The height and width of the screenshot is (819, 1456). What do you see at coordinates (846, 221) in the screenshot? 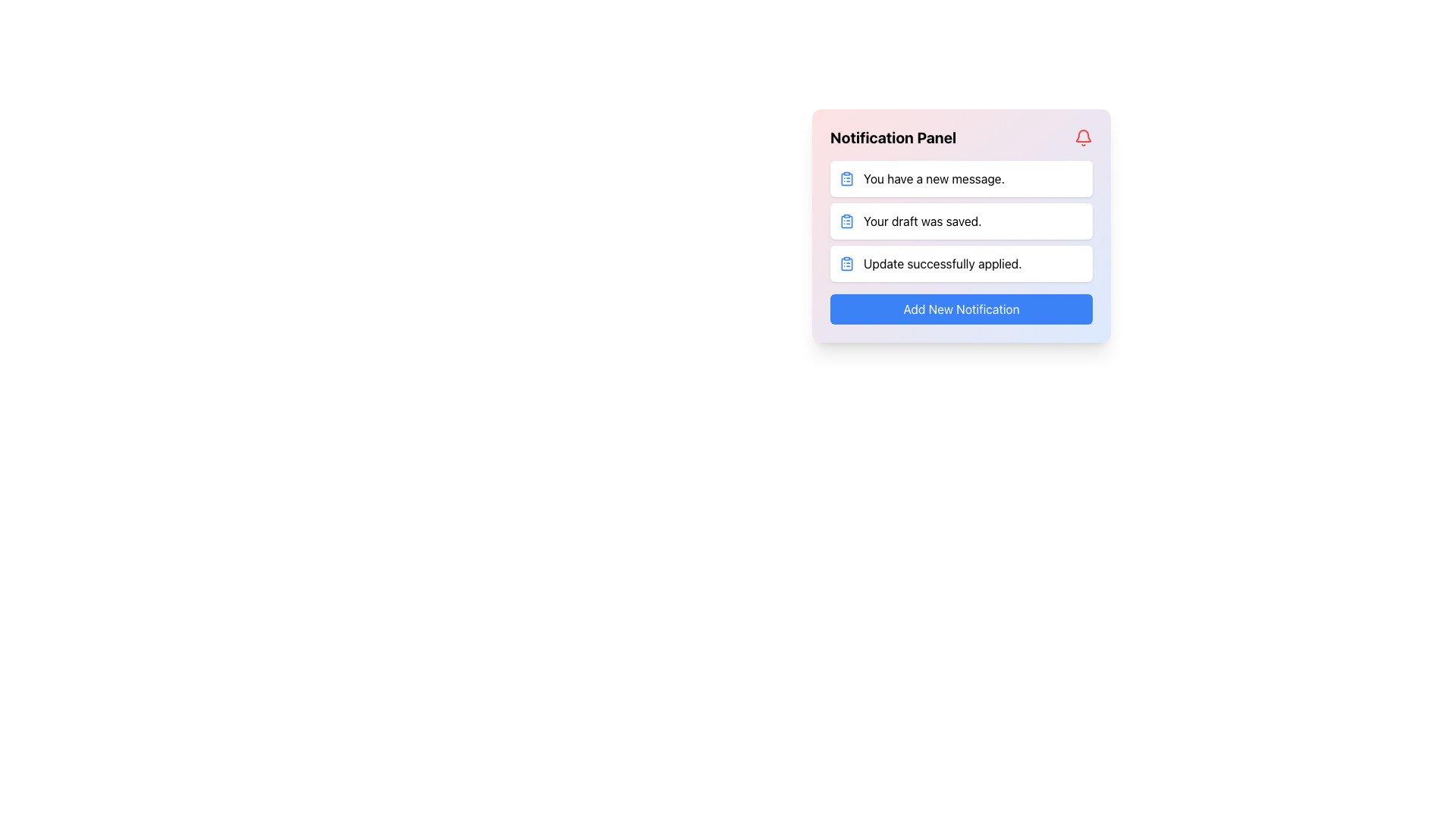
I see `the second graphical component of the clipboard icon, which is styled in blue and located to the left of the first notification message in the notification panel` at bounding box center [846, 221].